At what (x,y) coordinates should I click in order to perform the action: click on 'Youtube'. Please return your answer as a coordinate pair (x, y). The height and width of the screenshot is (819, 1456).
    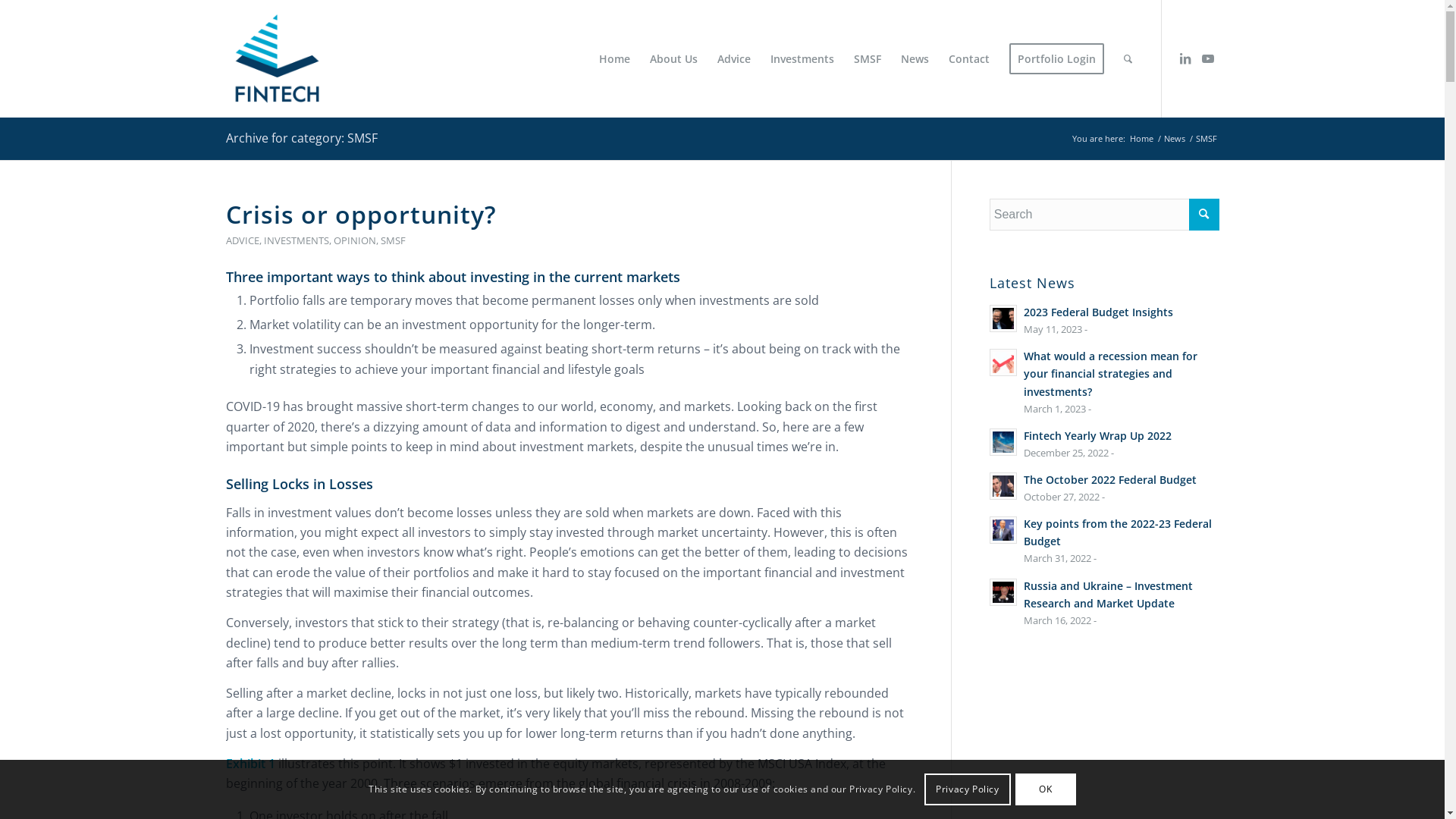
    Looking at the image, I should click on (1196, 58).